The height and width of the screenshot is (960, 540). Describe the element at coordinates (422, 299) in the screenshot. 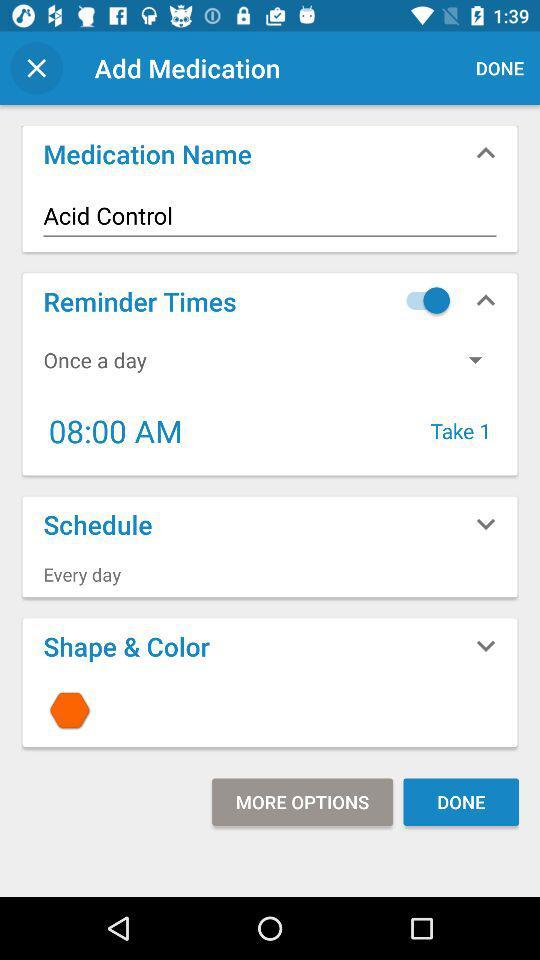

I see `item below acid control` at that location.